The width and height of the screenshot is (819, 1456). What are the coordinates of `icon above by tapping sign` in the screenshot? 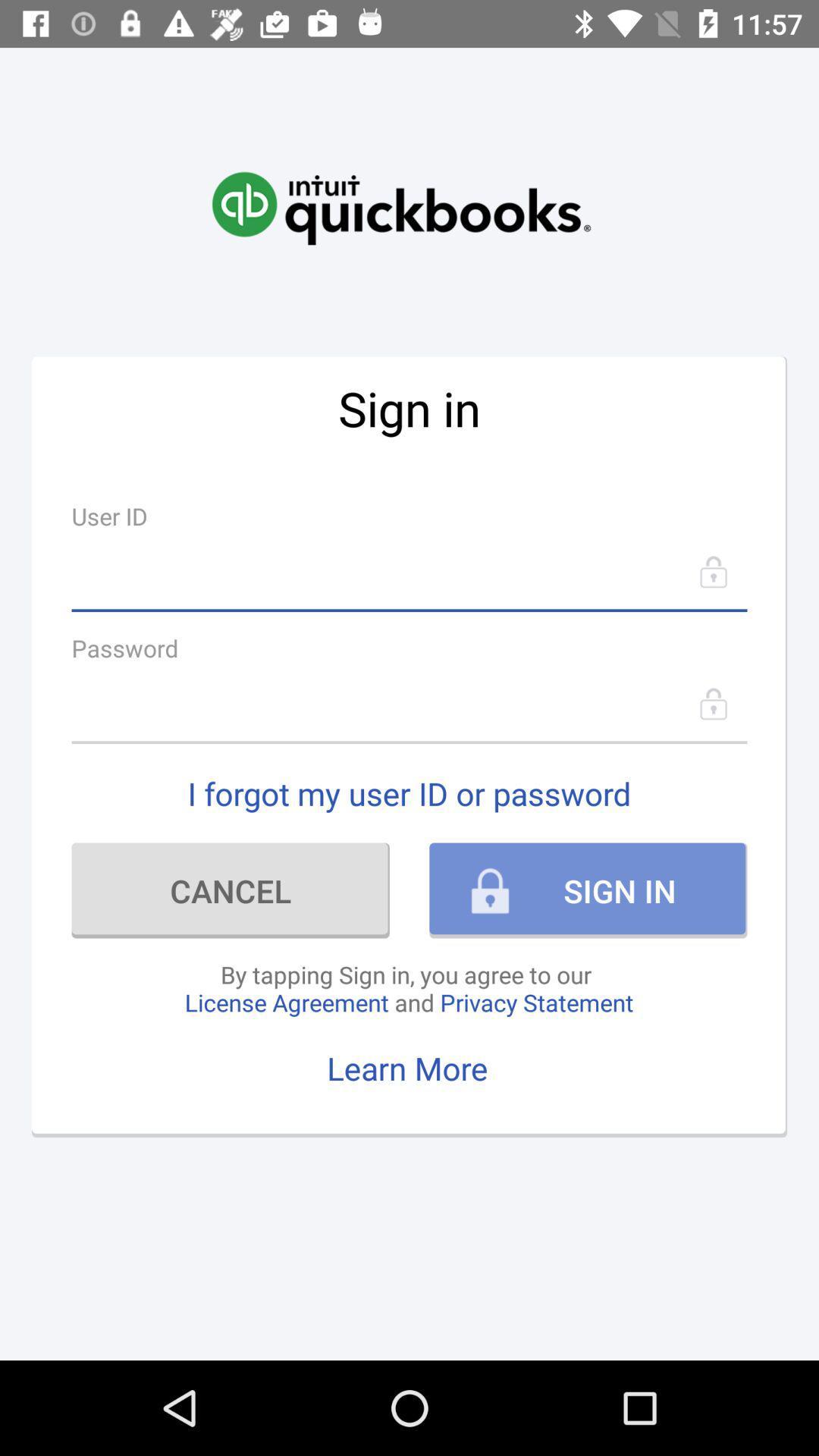 It's located at (231, 890).